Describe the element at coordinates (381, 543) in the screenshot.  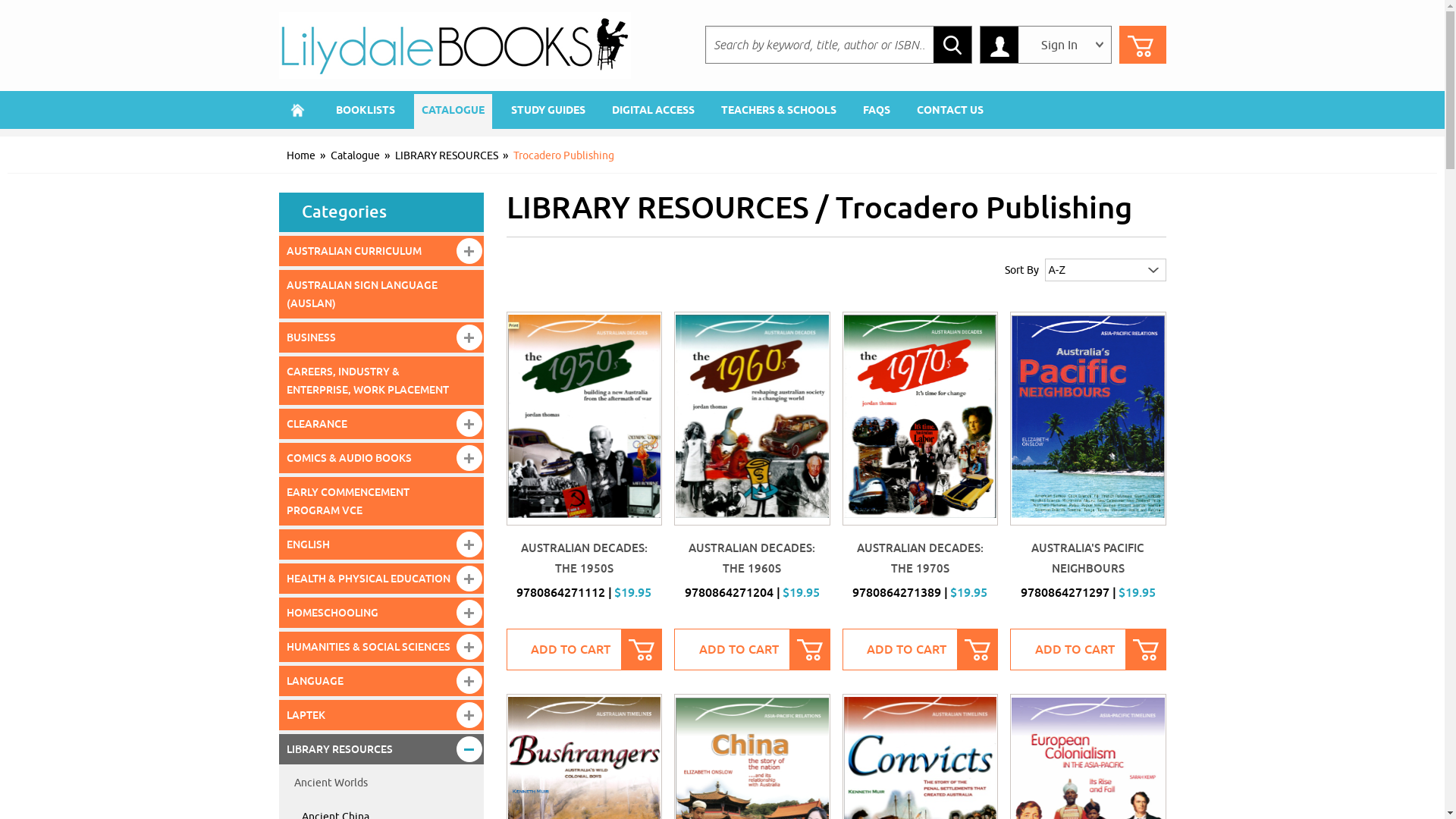
I see `'ENGLISH'` at that location.